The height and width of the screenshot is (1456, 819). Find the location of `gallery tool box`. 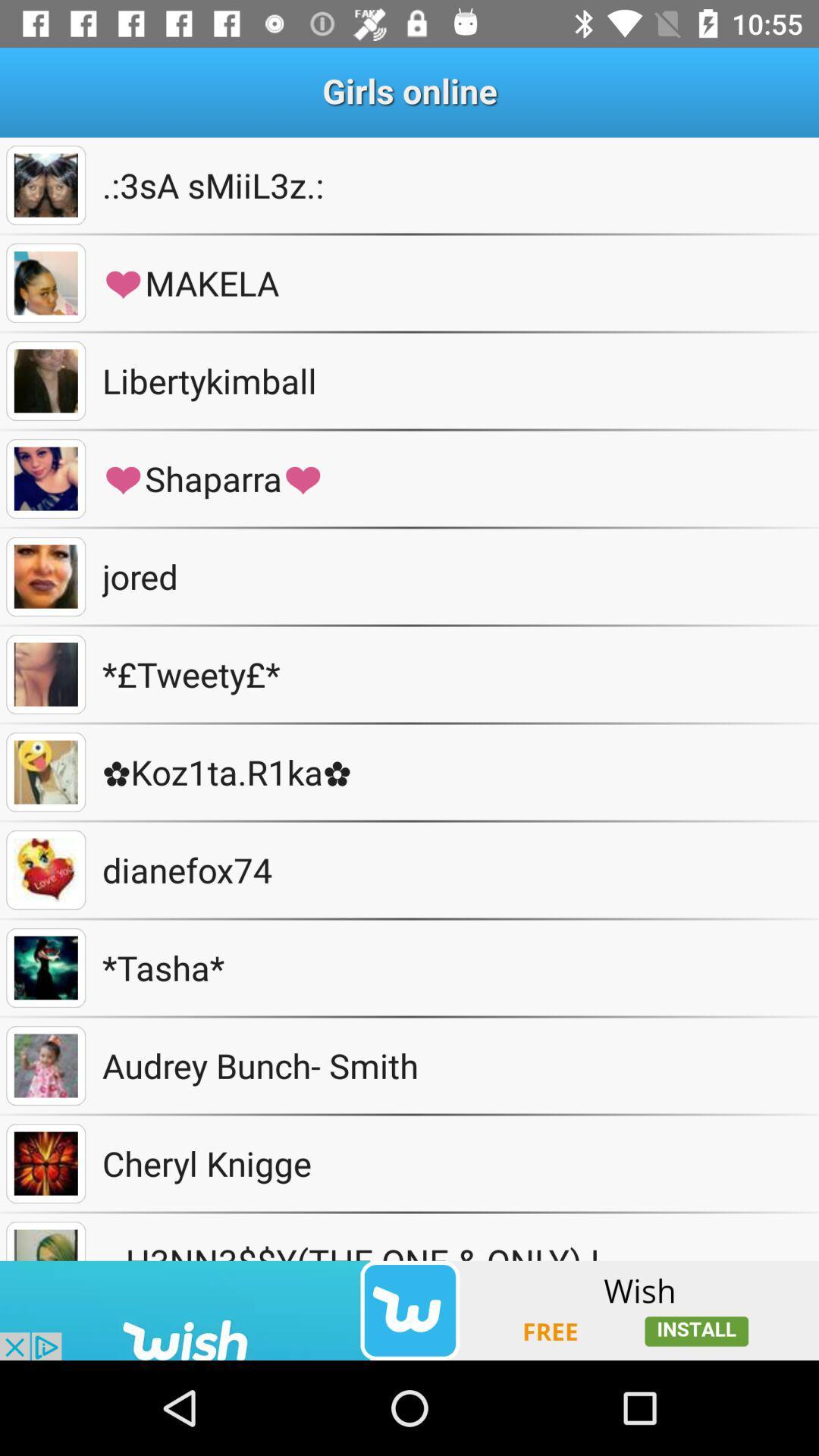

gallery tool box is located at coordinates (45, 1163).